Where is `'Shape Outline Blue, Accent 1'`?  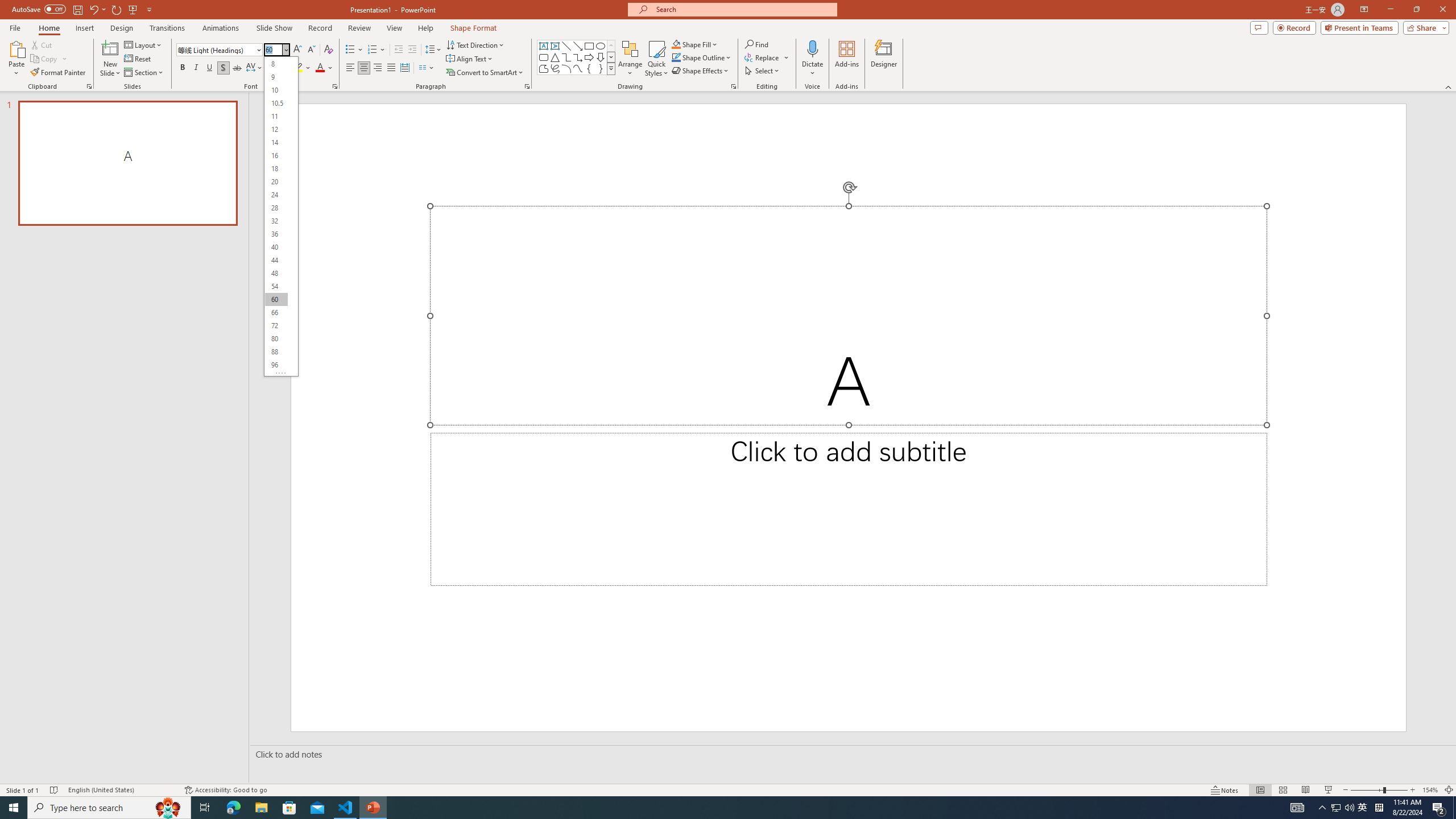 'Shape Outline Blue, Accent 1' is located at coordinates (676, 56).